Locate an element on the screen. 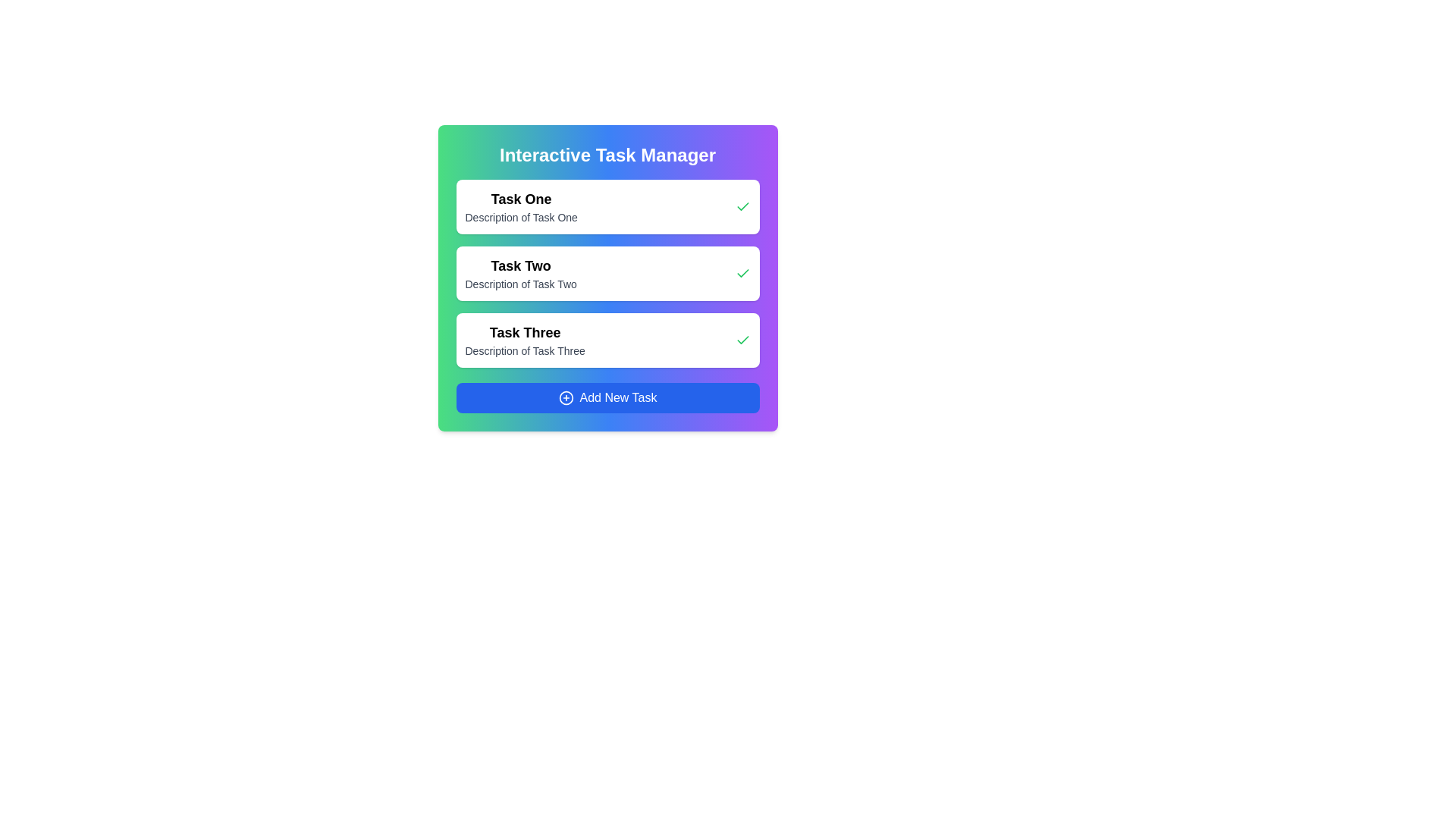  the checkmark on the third task card in the 'Interactive Task Manager' is located at coordinates (607, 339).